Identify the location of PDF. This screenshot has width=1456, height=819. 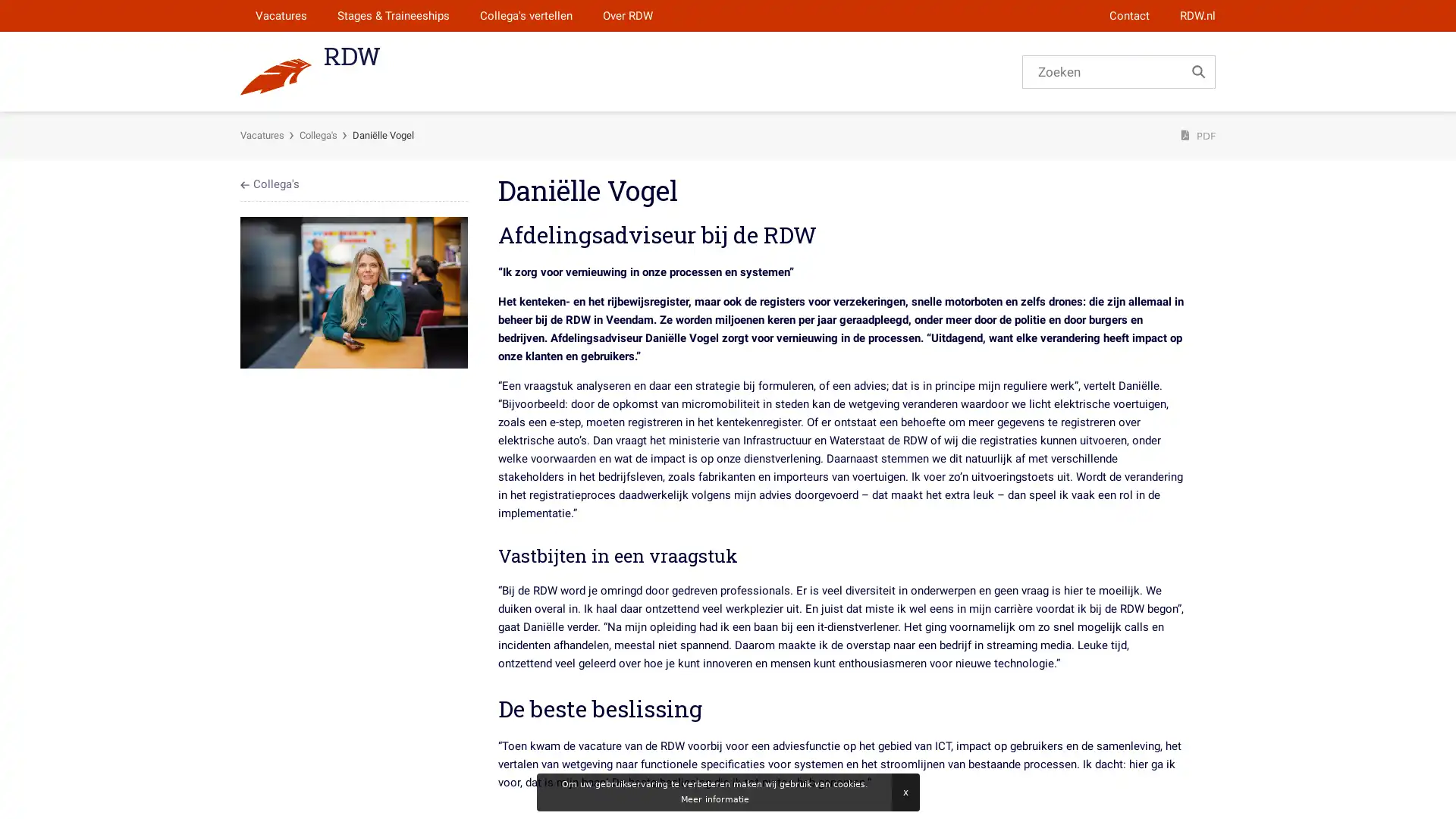
(1197, 134).